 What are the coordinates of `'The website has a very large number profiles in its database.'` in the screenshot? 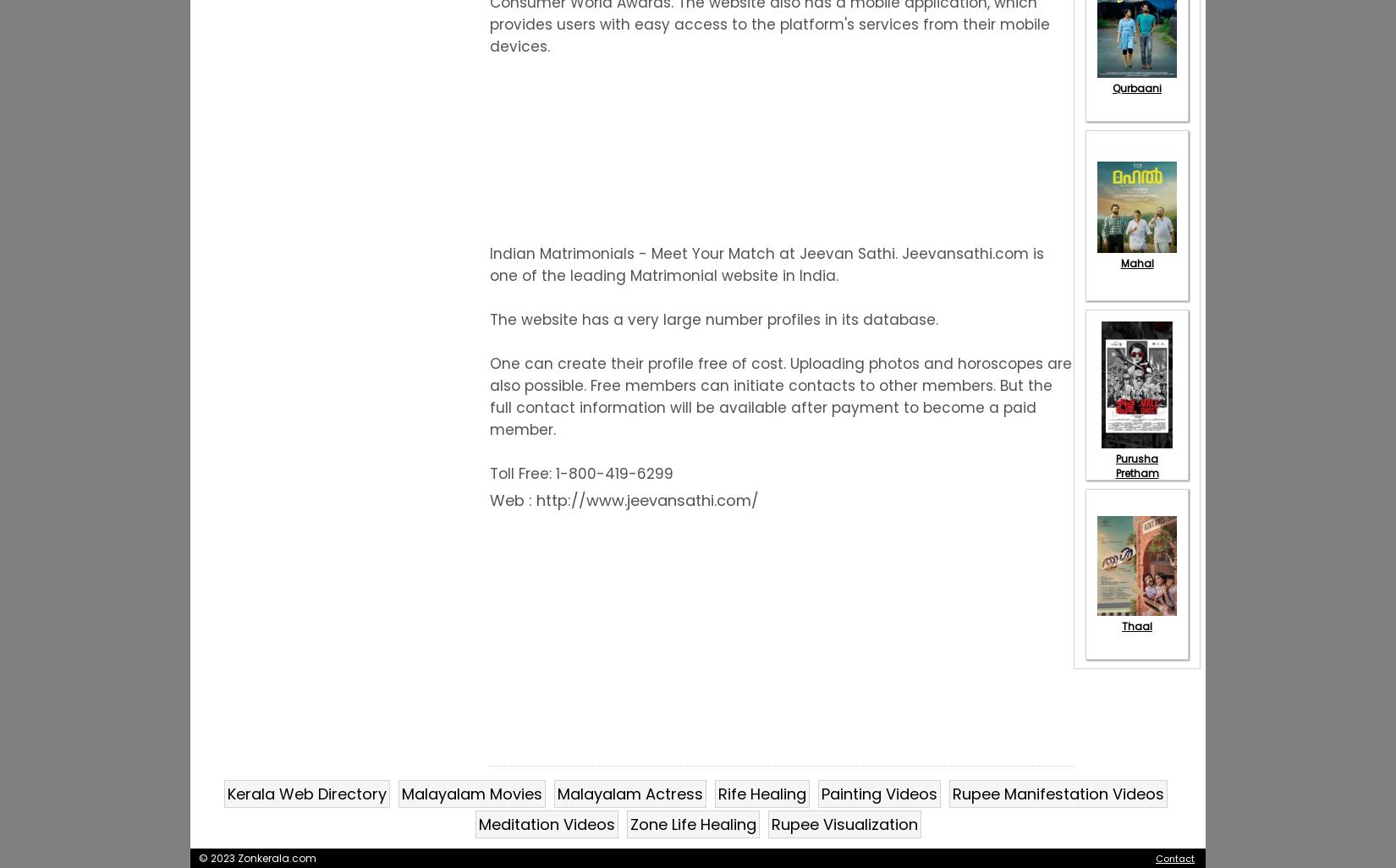 It's located at (713, 318).